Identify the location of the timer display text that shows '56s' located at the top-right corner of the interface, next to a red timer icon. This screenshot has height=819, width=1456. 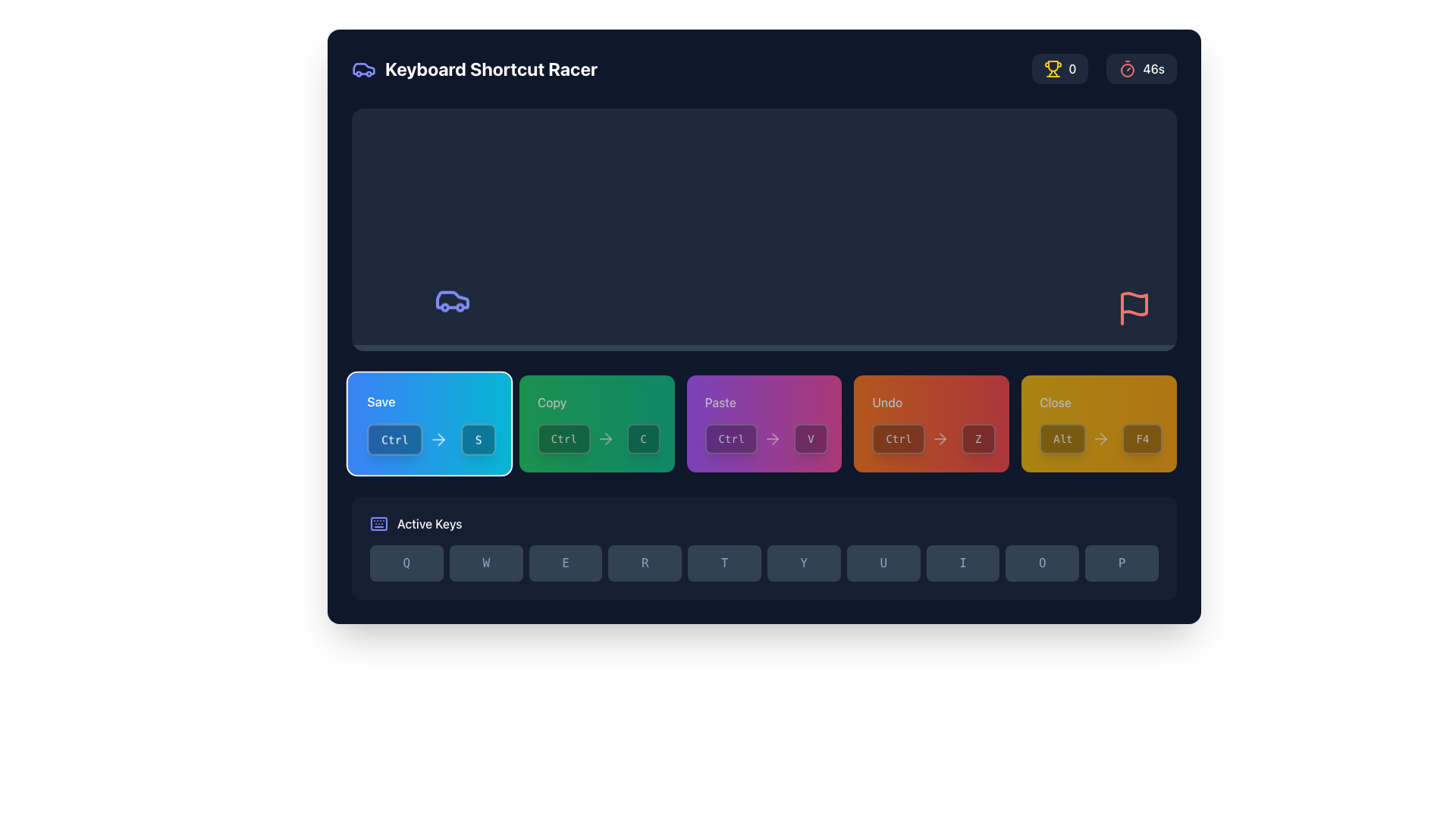
(1153, 69).